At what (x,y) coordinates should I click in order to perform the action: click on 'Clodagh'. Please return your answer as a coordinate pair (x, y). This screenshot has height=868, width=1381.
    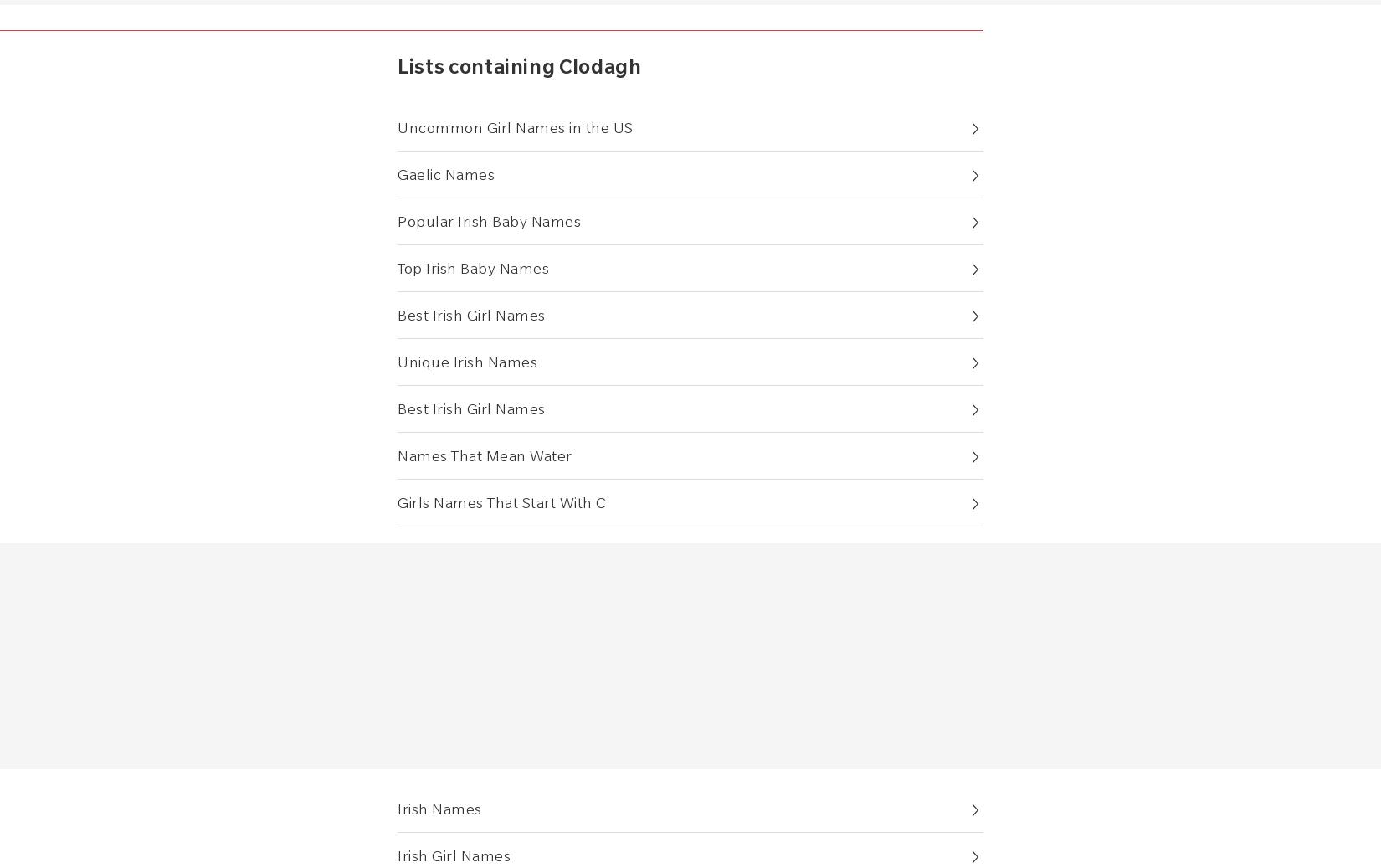
    Looking at the image, I should click on (598, 65).